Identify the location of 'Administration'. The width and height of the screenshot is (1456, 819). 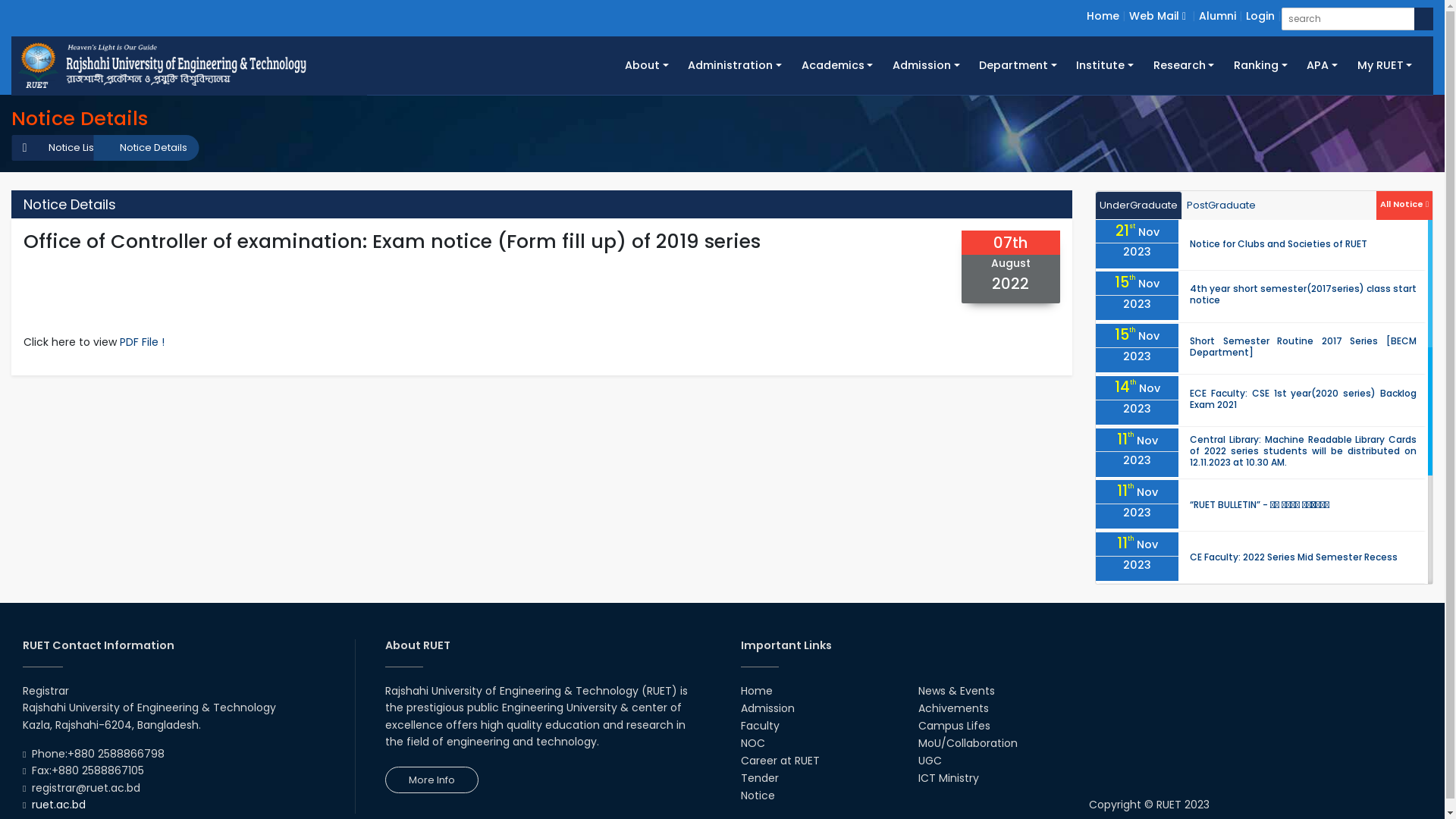
(735, 64).